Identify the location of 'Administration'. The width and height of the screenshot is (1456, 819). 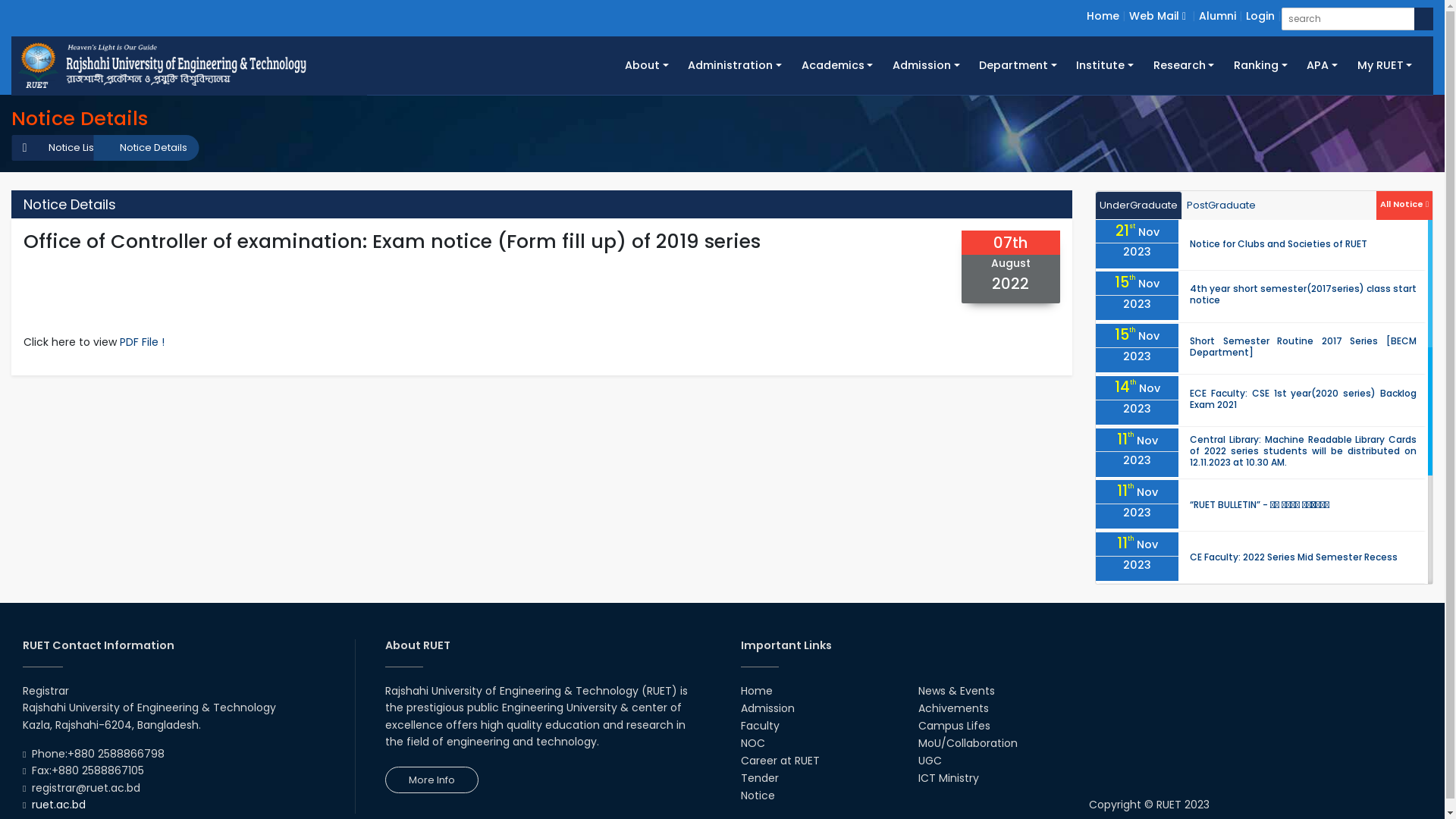
(735, 64).